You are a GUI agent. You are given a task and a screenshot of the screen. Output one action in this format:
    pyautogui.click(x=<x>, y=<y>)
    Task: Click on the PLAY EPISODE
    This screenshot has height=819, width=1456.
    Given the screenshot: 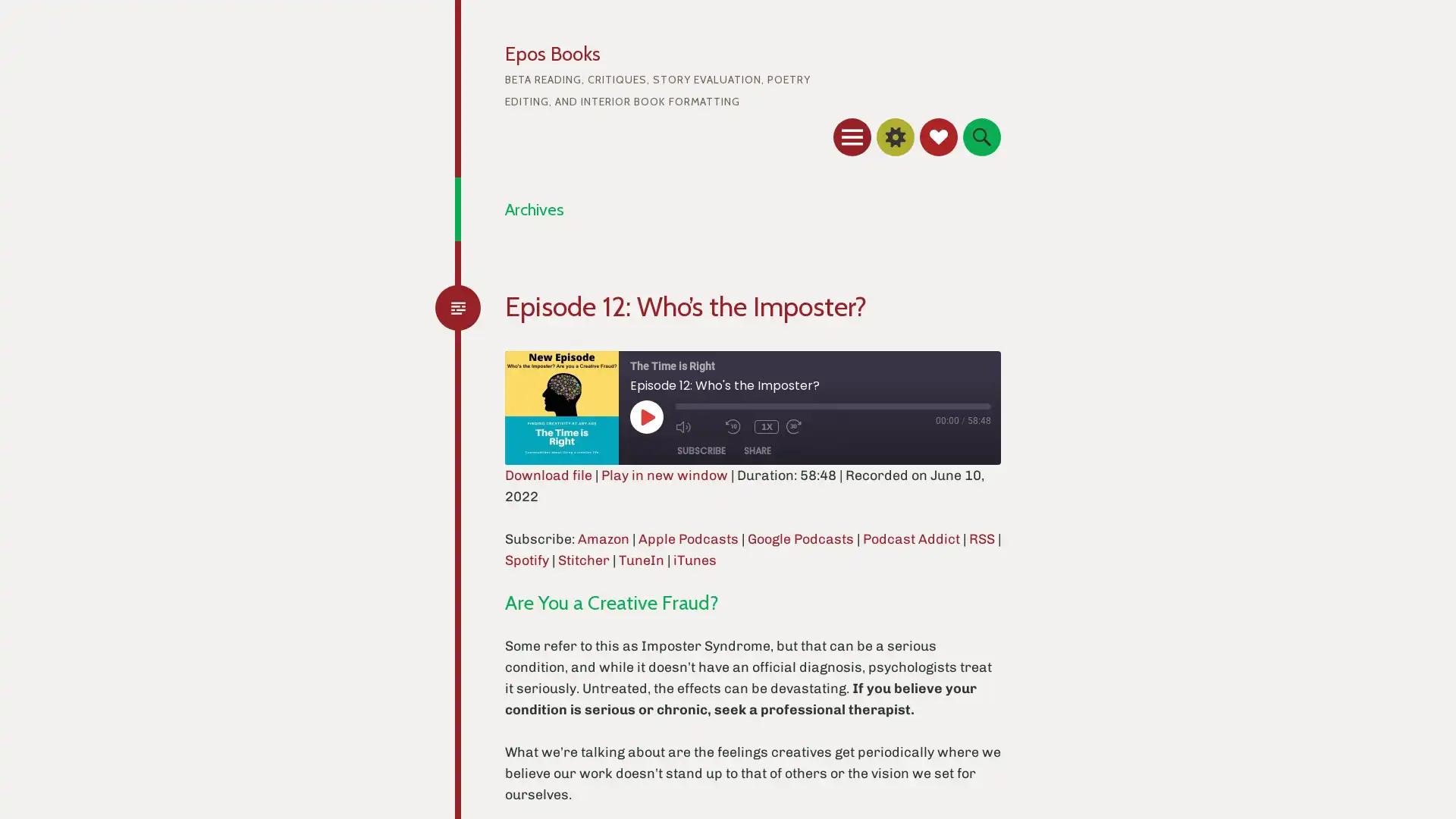 What is the action you would take?
    pyautogui.click(x=647, y=416)
    